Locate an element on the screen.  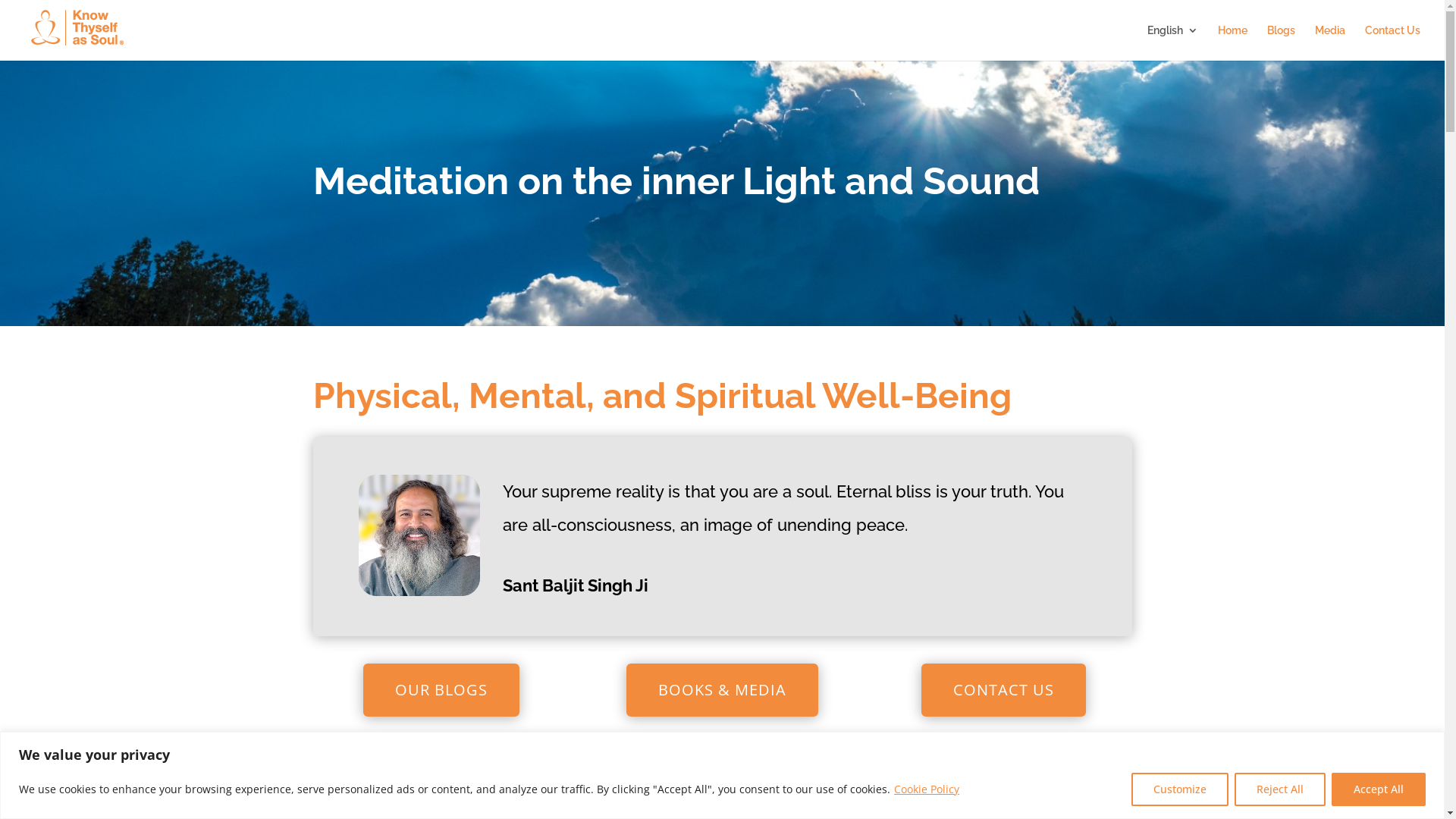
'Accept All' is located at coordinates (1379, 788).